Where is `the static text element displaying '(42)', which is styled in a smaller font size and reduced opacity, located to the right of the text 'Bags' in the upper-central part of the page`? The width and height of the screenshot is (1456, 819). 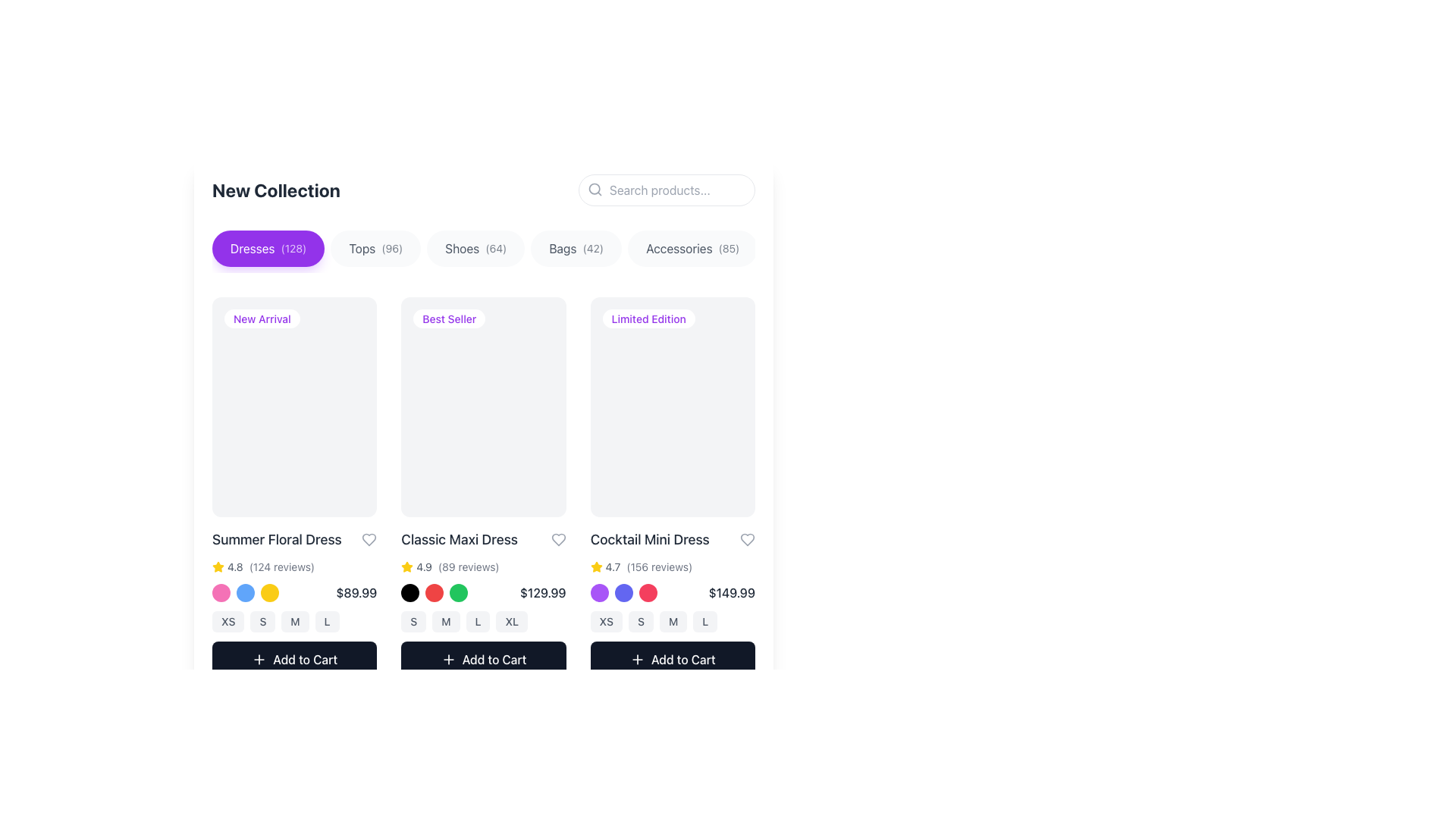 the static text element displaying '(42)', which is styled in a smaller font size and reduced opacity, located to the right of the text 'Bags' in the upper-central part of the page is located at coordinates (592, 247).